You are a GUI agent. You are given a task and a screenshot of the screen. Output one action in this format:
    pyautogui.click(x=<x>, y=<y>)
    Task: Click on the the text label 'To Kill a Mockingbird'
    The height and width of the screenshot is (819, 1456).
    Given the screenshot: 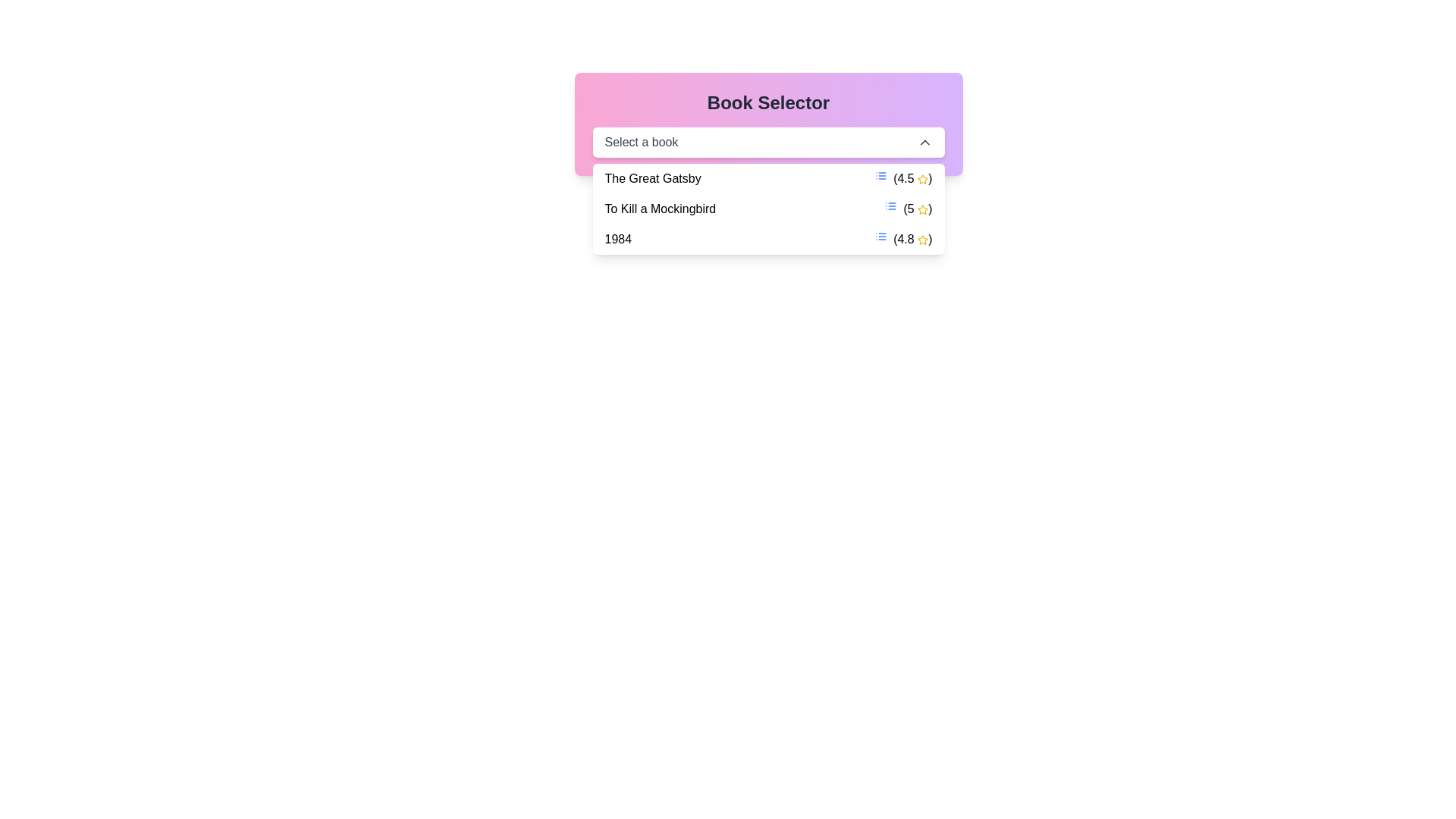 What is the action you would take?
    pyautogui.click(x=660, y=209)
    